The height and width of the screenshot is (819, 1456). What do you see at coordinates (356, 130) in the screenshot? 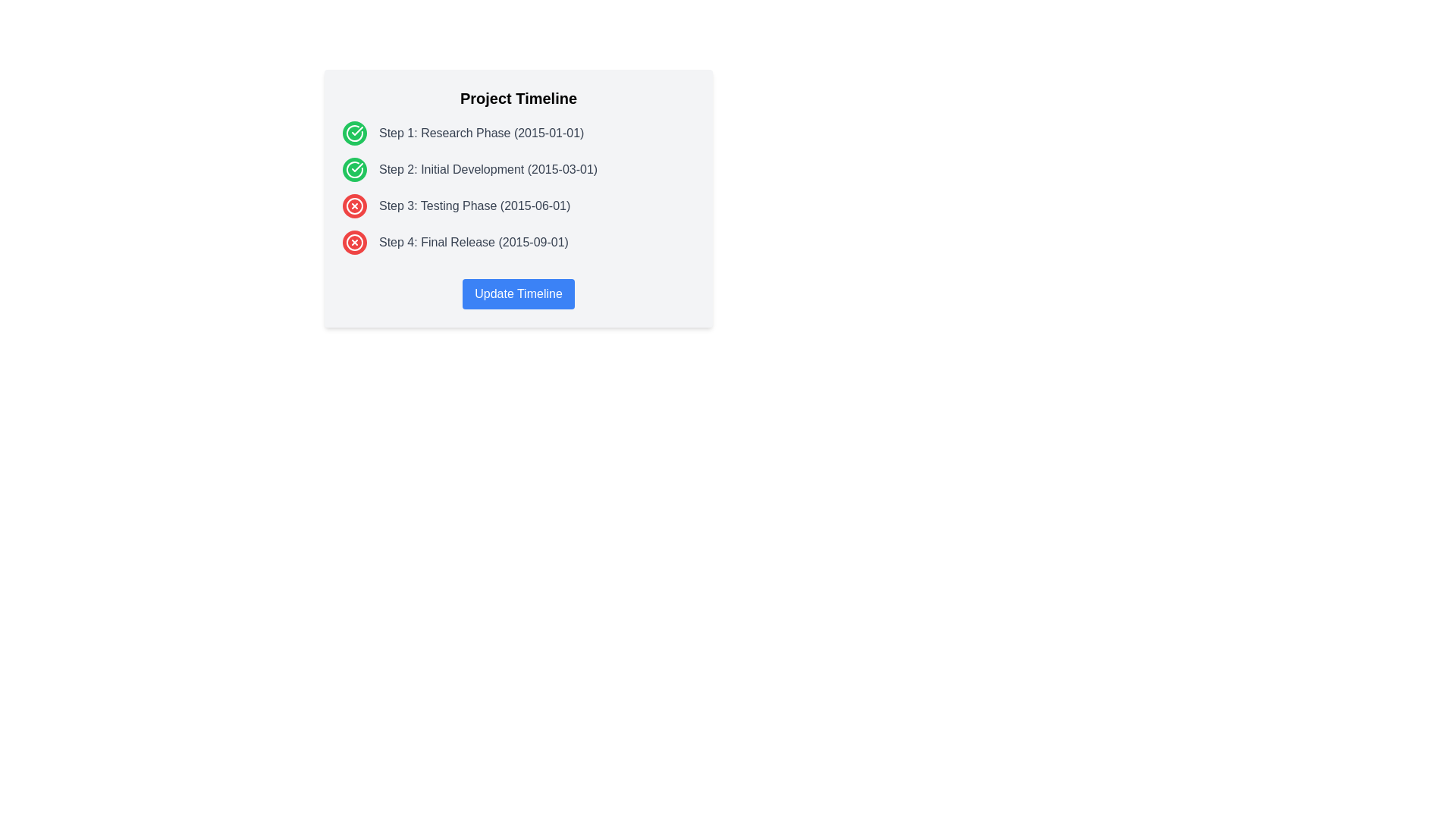
I see `the completion status icon for 'Step 1: Research Phase (2015-01-01)' to indicate that this step has been successfully completed` at bounding box center [356, 130].